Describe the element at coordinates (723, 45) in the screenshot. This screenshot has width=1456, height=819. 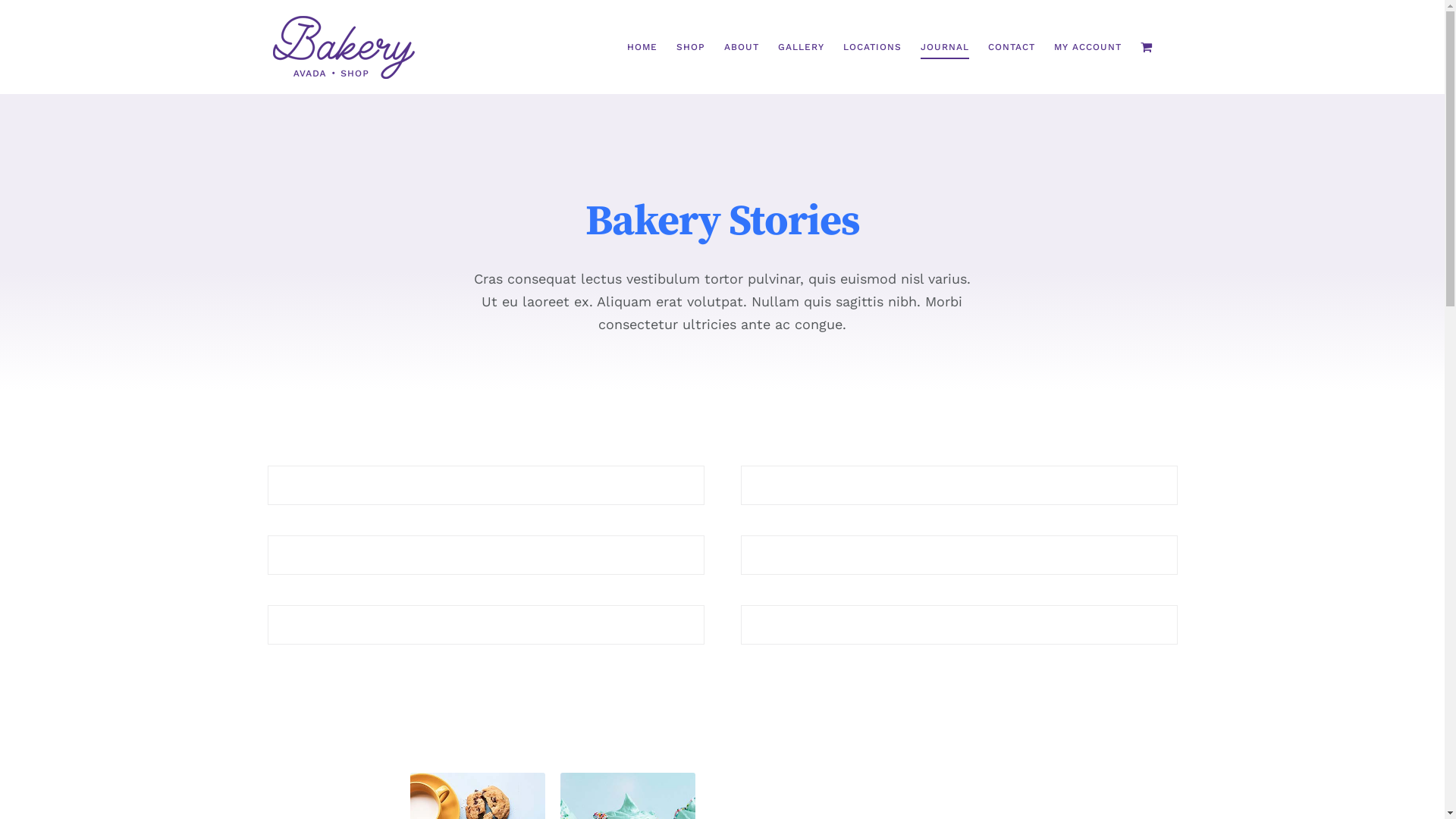
I see `'ABOUT'` at that location.